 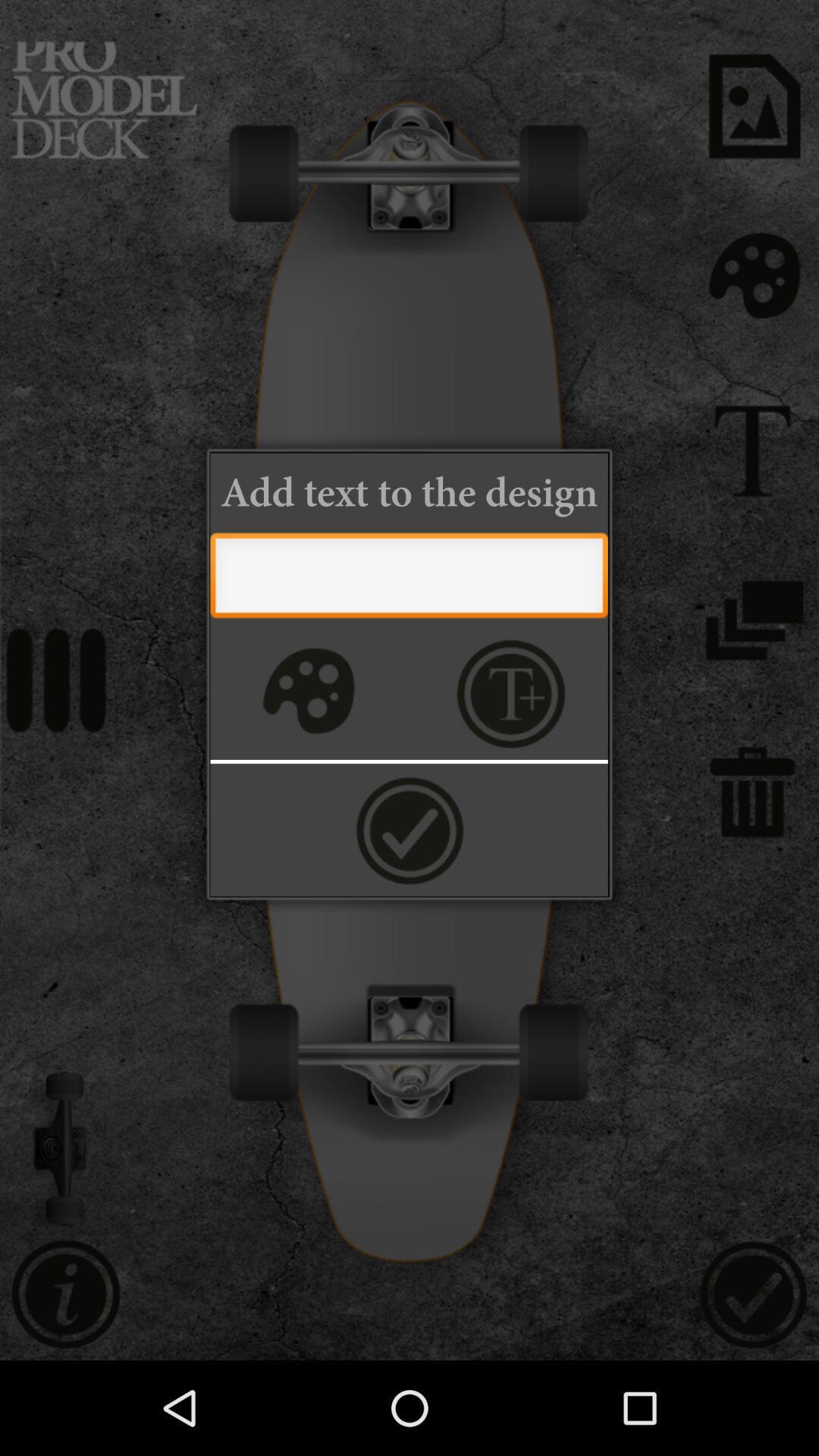 I want to click on type the text, so click(x=408, y=579).